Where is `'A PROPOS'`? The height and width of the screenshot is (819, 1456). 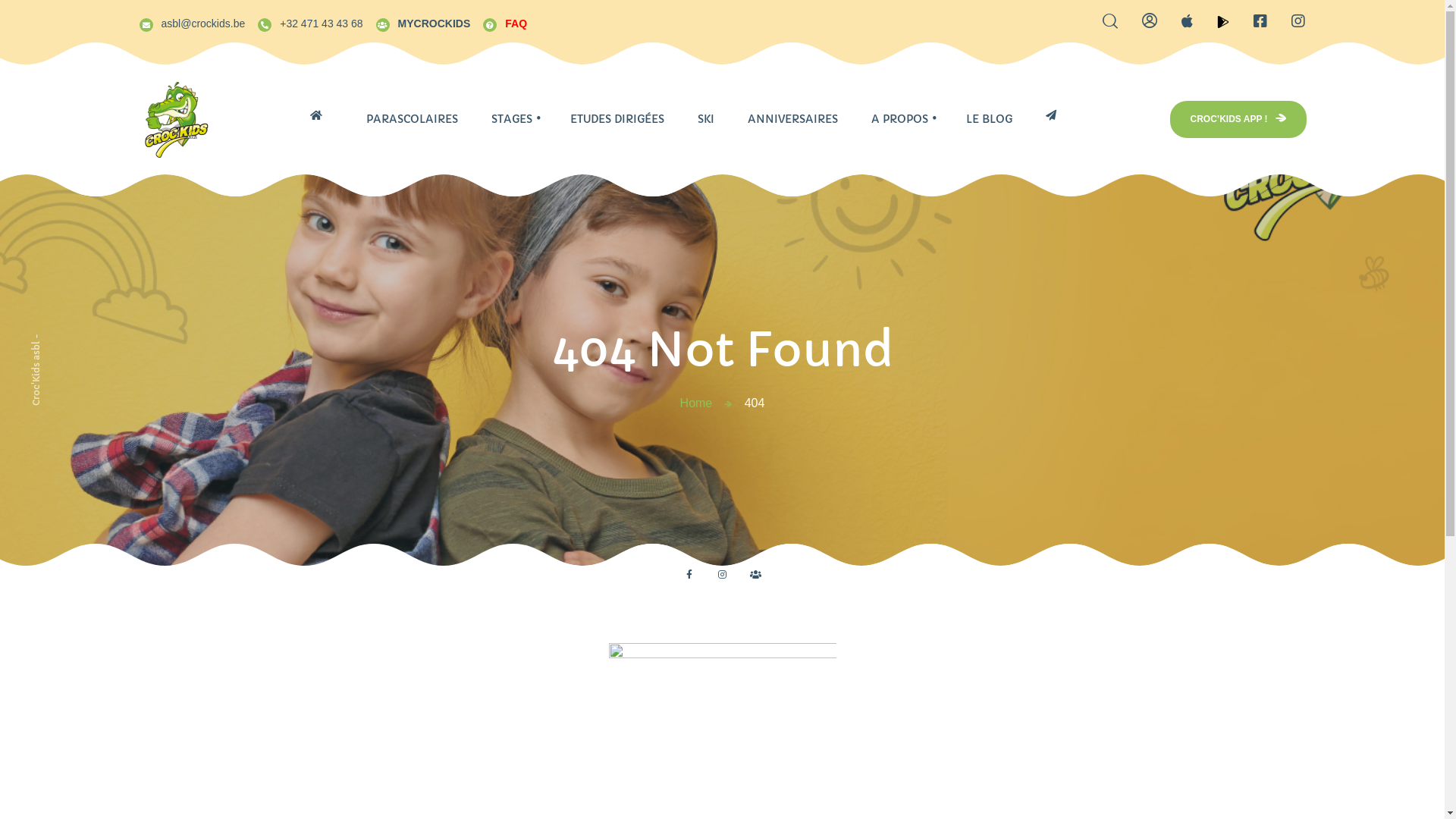
'A PROPOS' is located at coordinates (854, 118).